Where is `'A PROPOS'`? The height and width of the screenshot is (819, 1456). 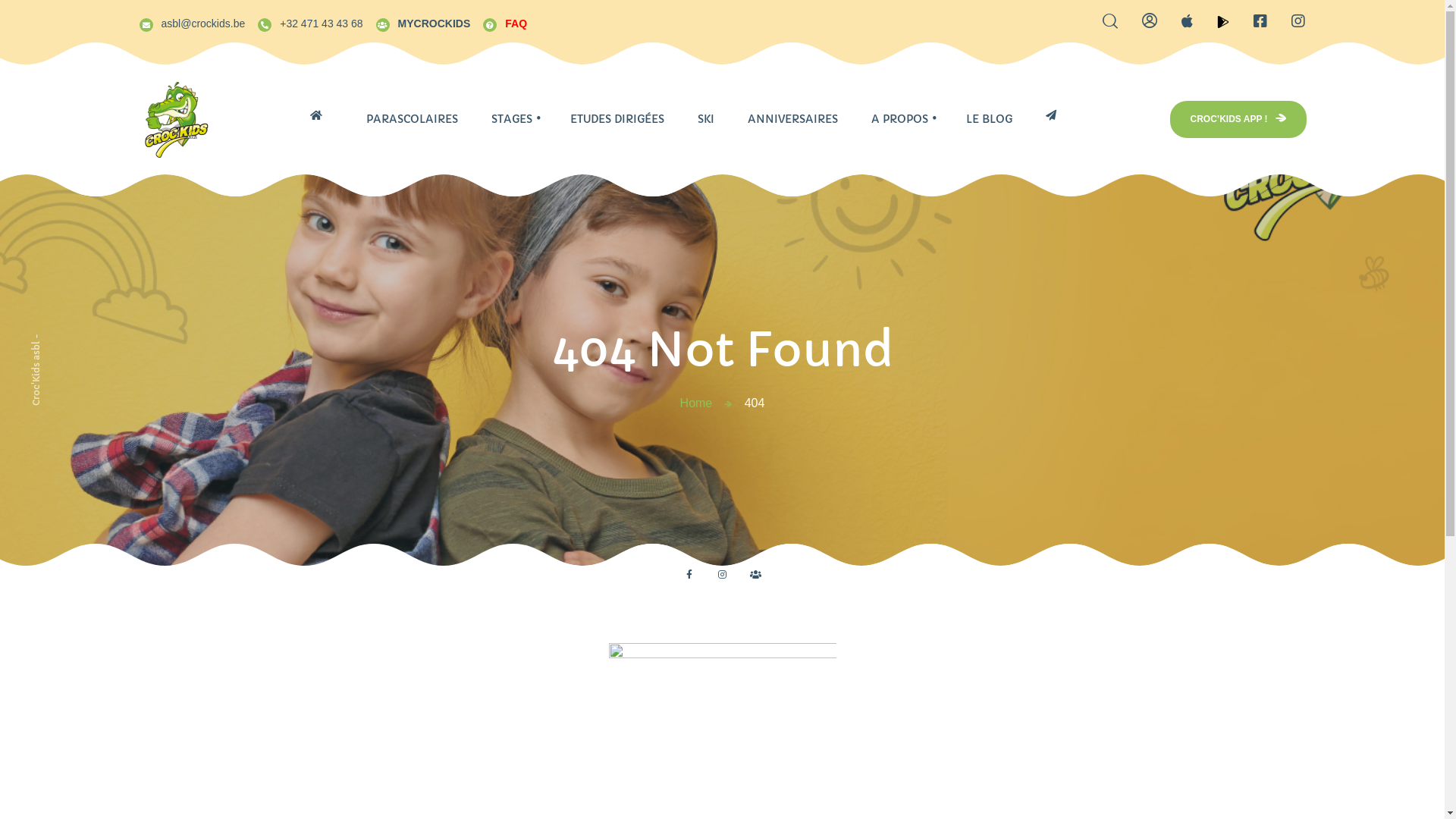
'A PROPOS' is located at coordinates (854, 118).